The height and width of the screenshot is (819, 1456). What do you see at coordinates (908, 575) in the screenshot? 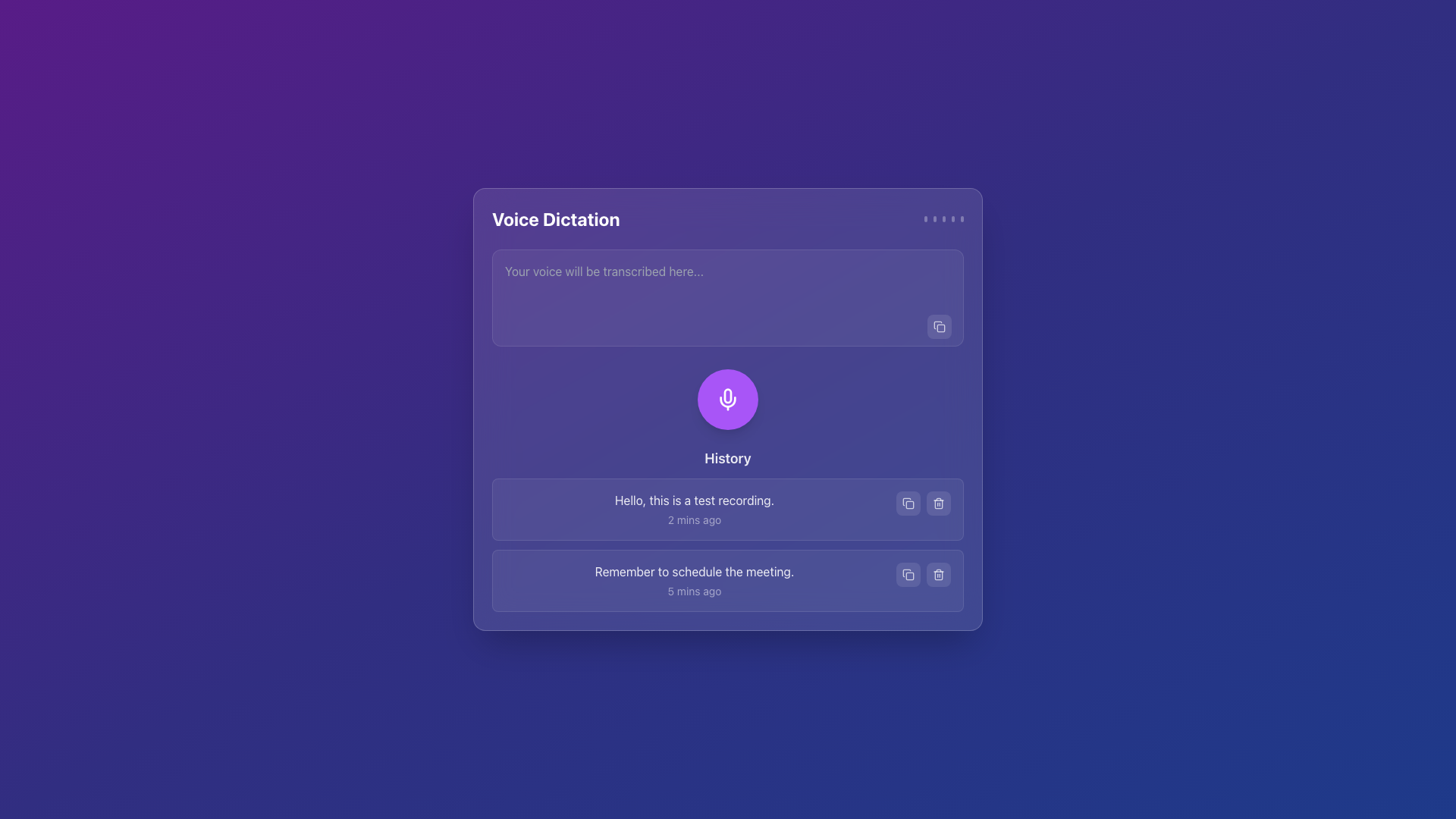
I see `the square button with a lightly rounded edge, featuring an icon of two overlapping rectangles, located at the bottom right corner of the card displaying 'Remember to schedule the meeting.'` at bounding box center [908, 575].